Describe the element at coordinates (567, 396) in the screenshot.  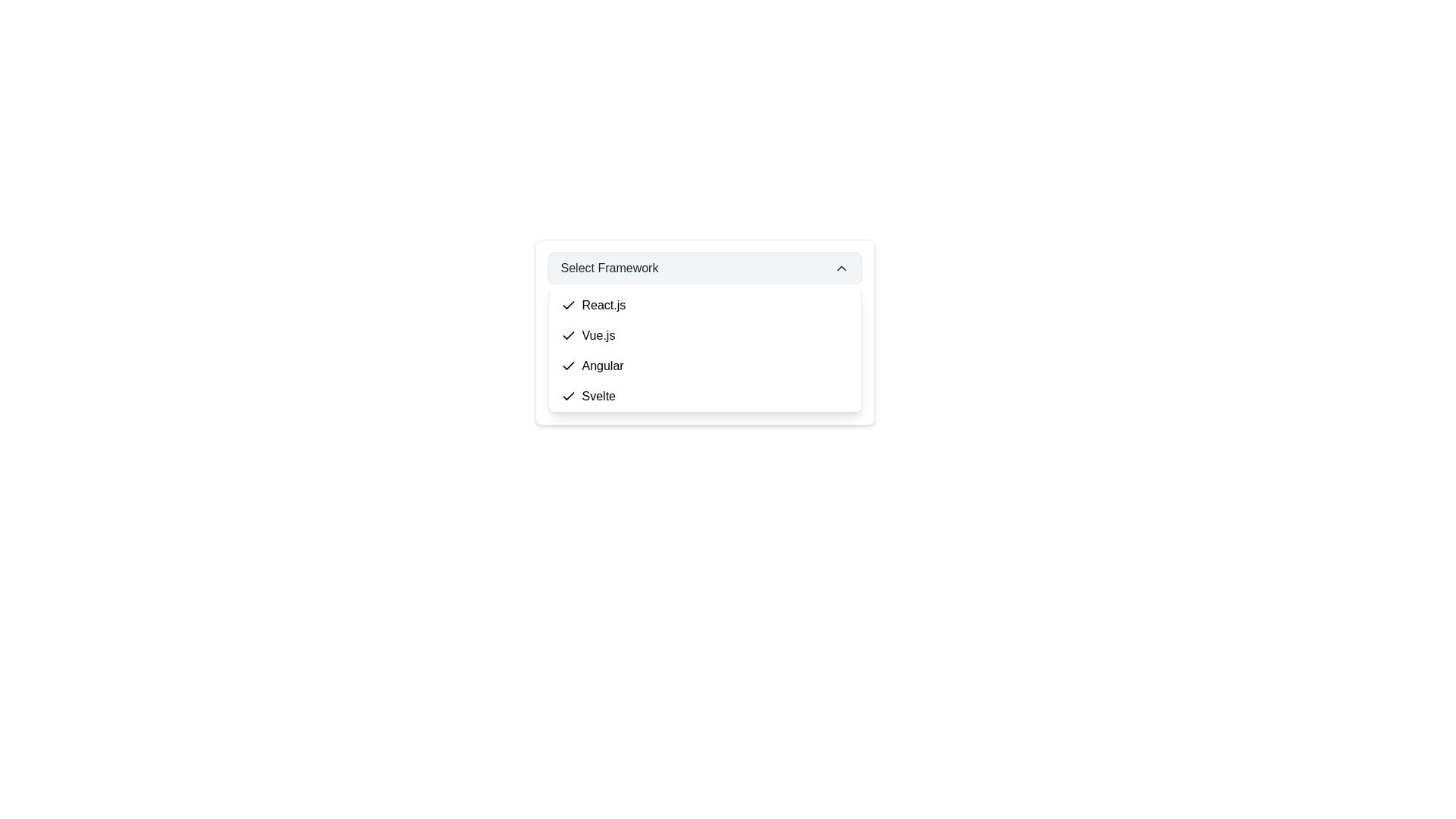
I see `the checkmark icon positioned to the left of the text 'Svelte' in the bottom entry of the dropdown menu` at that location.